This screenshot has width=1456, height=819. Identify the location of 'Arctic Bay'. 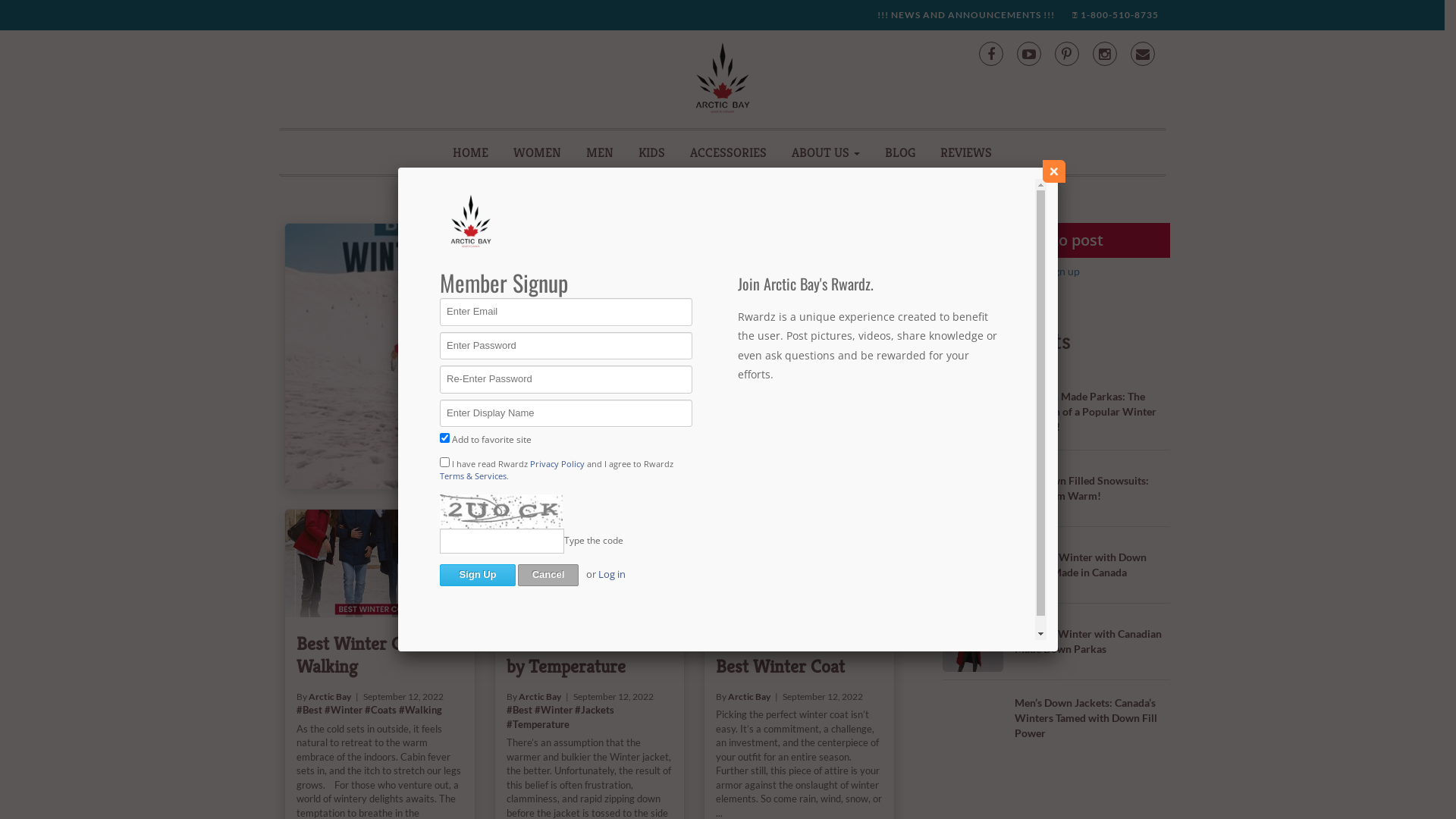
(539, 696).